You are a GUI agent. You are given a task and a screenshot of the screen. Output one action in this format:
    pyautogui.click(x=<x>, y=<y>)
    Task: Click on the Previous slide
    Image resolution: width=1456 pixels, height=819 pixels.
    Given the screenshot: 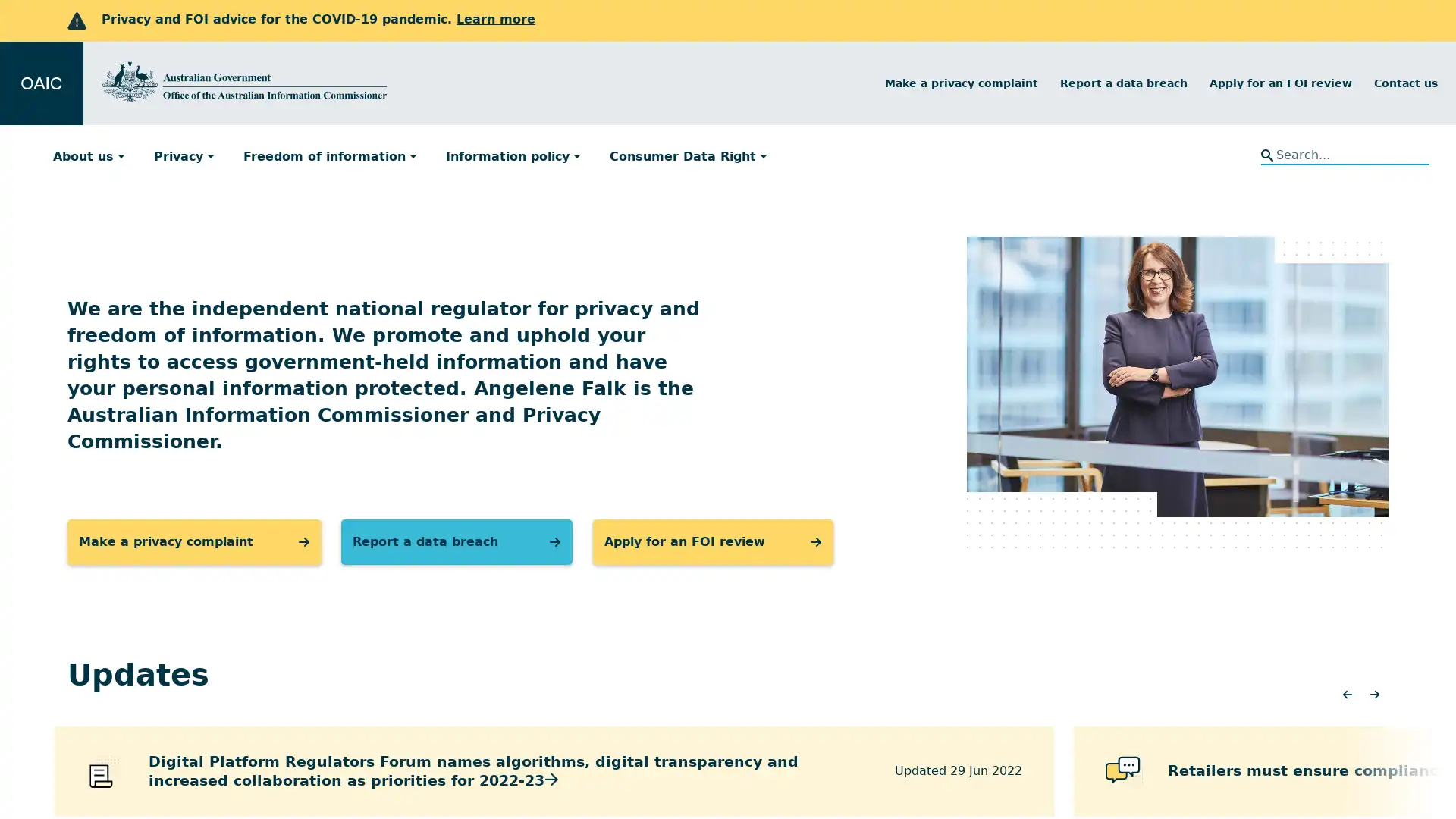 What is the action you would take?
    pyautogui.click(x=1347, y=695)
    